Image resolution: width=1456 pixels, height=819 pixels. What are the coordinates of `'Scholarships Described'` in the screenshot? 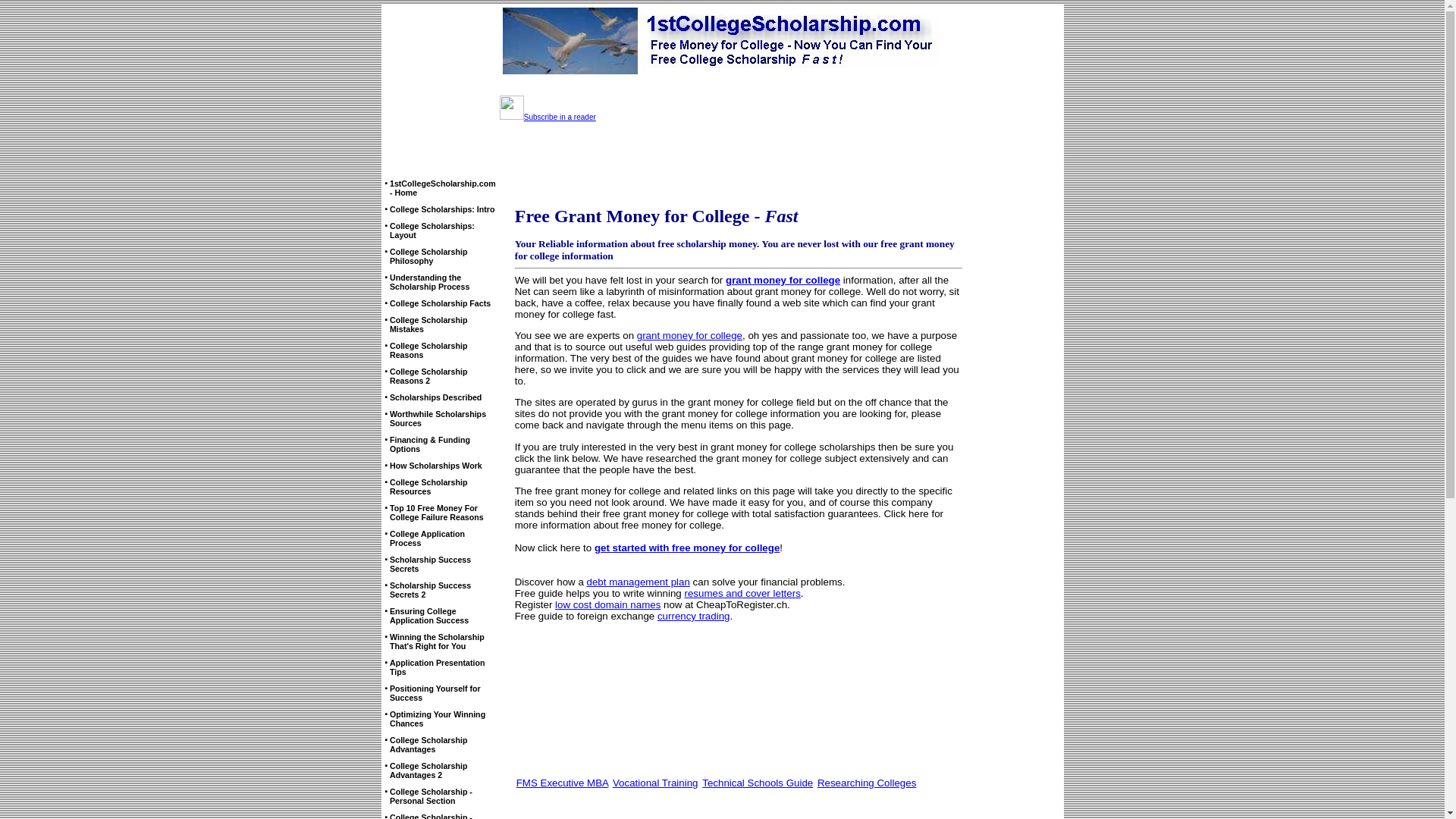 It's located at (435, 397).